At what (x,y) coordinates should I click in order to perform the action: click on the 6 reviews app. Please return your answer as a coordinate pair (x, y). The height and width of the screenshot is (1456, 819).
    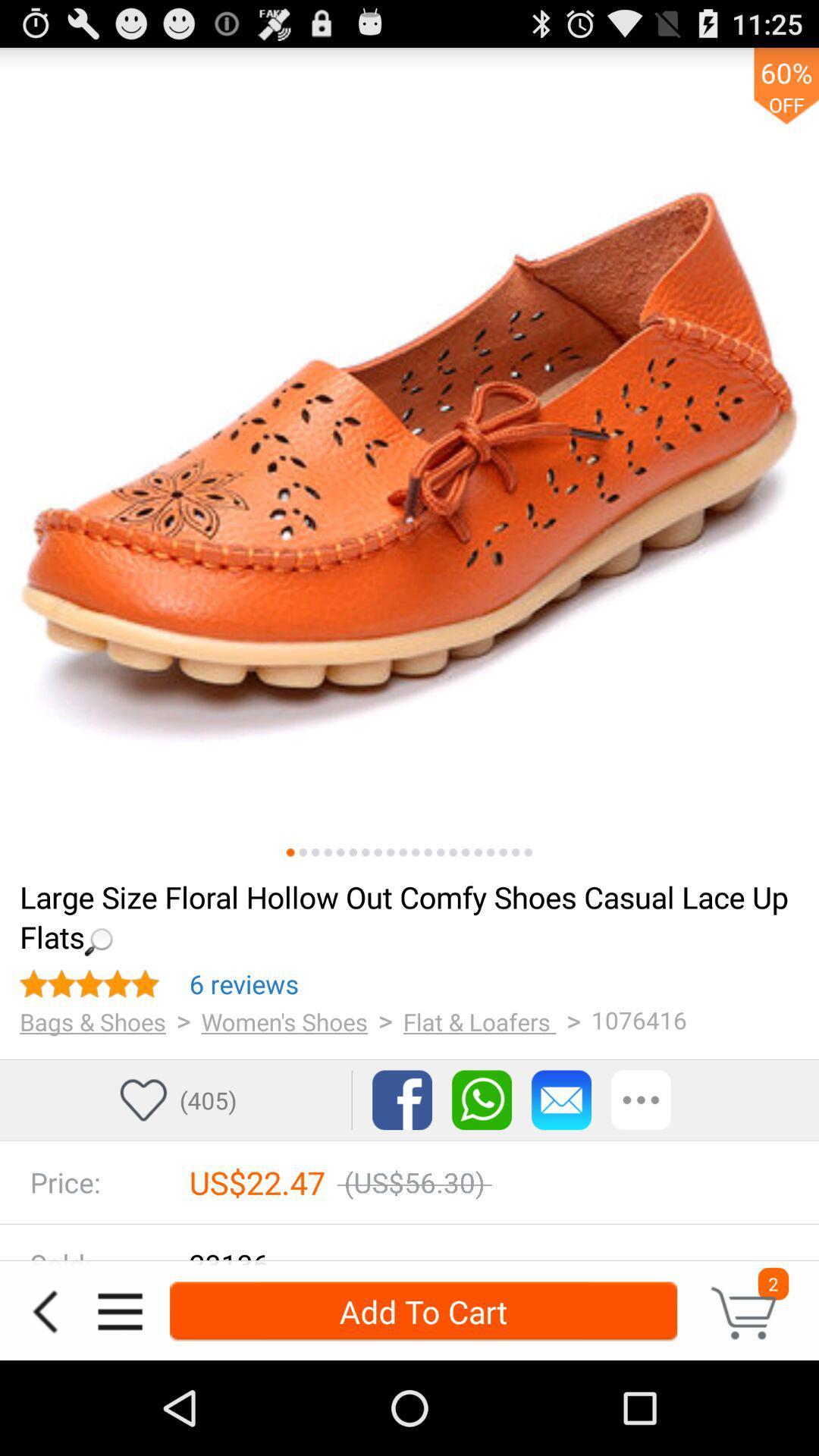
    Looking at the image, I should click on (243, 984).